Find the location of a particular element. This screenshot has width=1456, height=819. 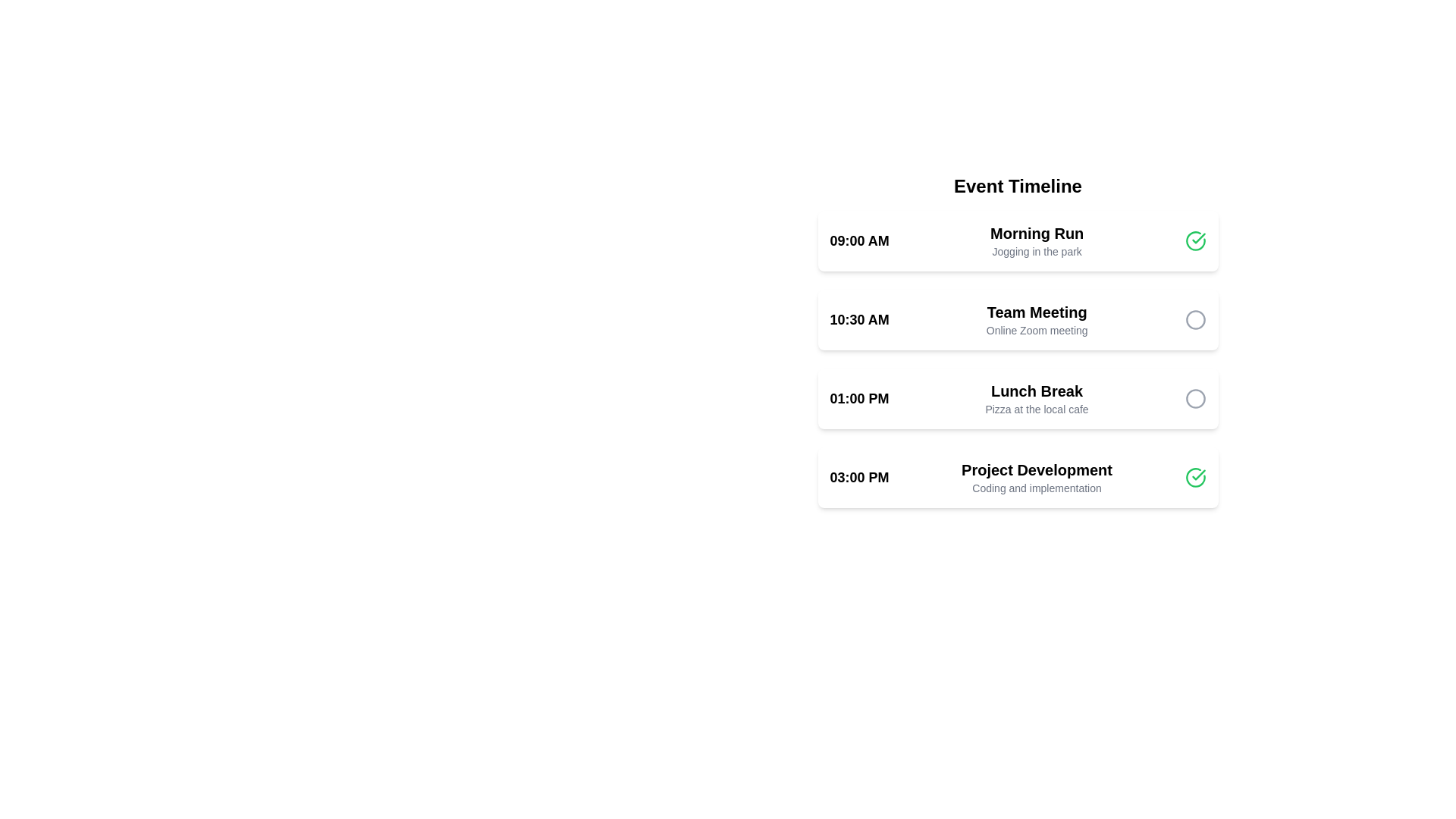

the text label summarizing the activity titled 'Project Development' located in the fourth entry of the Event Timeline list, under '03:00 PM' is located at coordinates (1036, 476).